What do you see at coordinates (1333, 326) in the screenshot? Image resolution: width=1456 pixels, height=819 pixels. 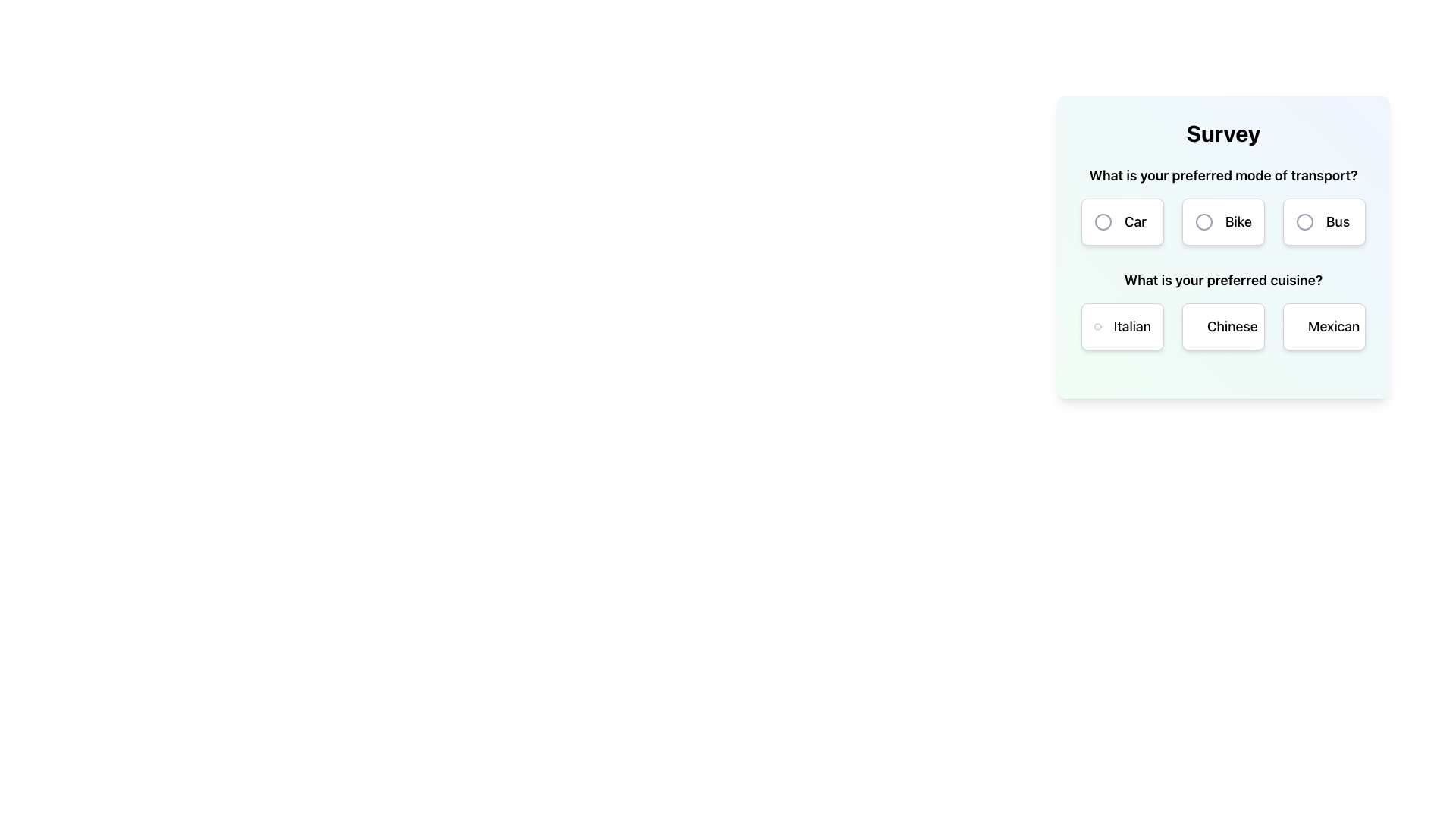 I see `the text label that identifies the Mexican cuisine option in the selection interface for preferred cuisine, located under the 'What is your preferred cuisine?' section` at bounding box center [1333, 326].